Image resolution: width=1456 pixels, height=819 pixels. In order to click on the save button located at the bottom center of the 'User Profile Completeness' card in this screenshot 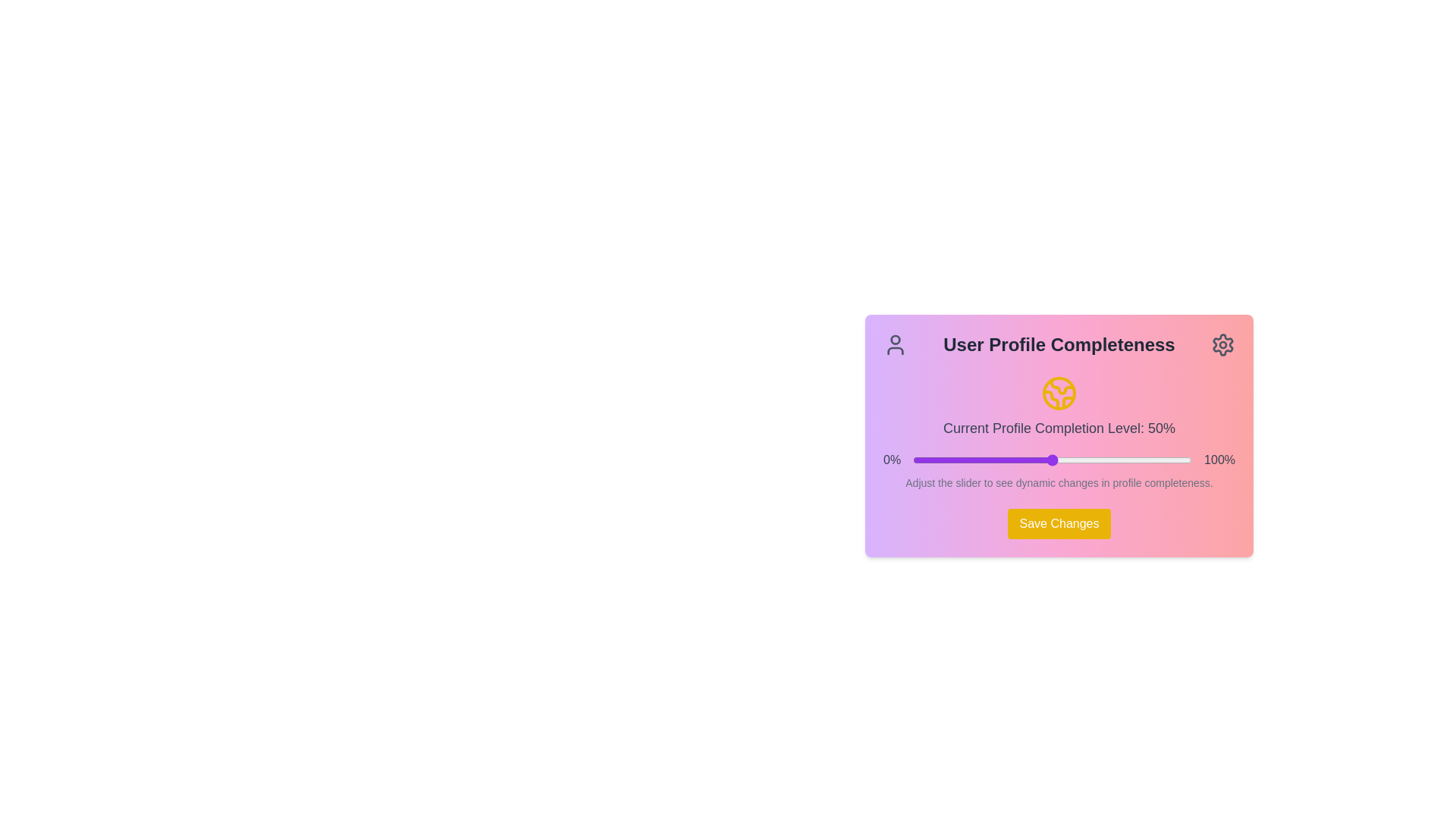, I will do `click(1058, 522)`.